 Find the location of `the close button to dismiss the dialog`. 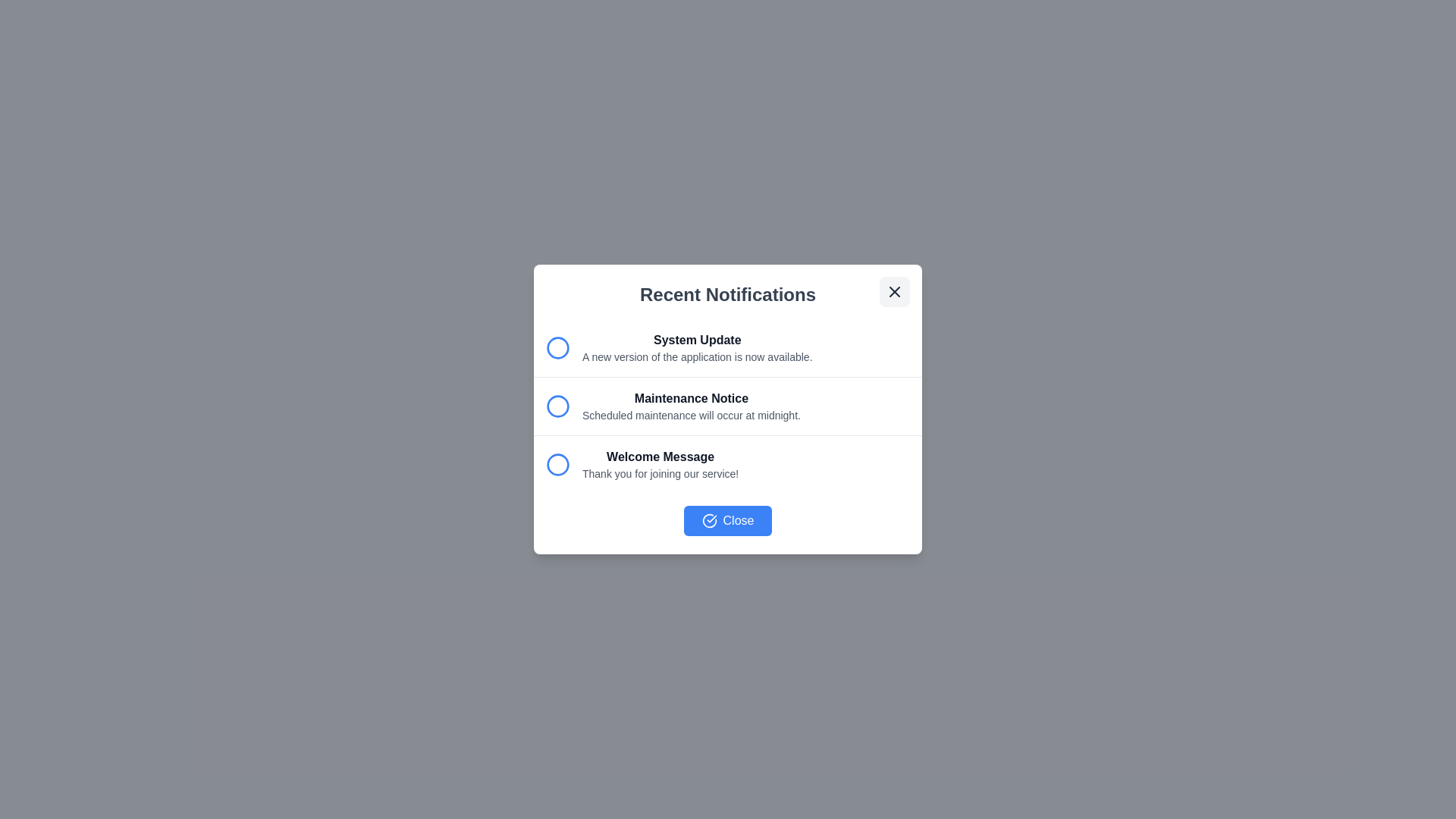

the close button to dismiss the dialog is located at coordinates (895, 292).